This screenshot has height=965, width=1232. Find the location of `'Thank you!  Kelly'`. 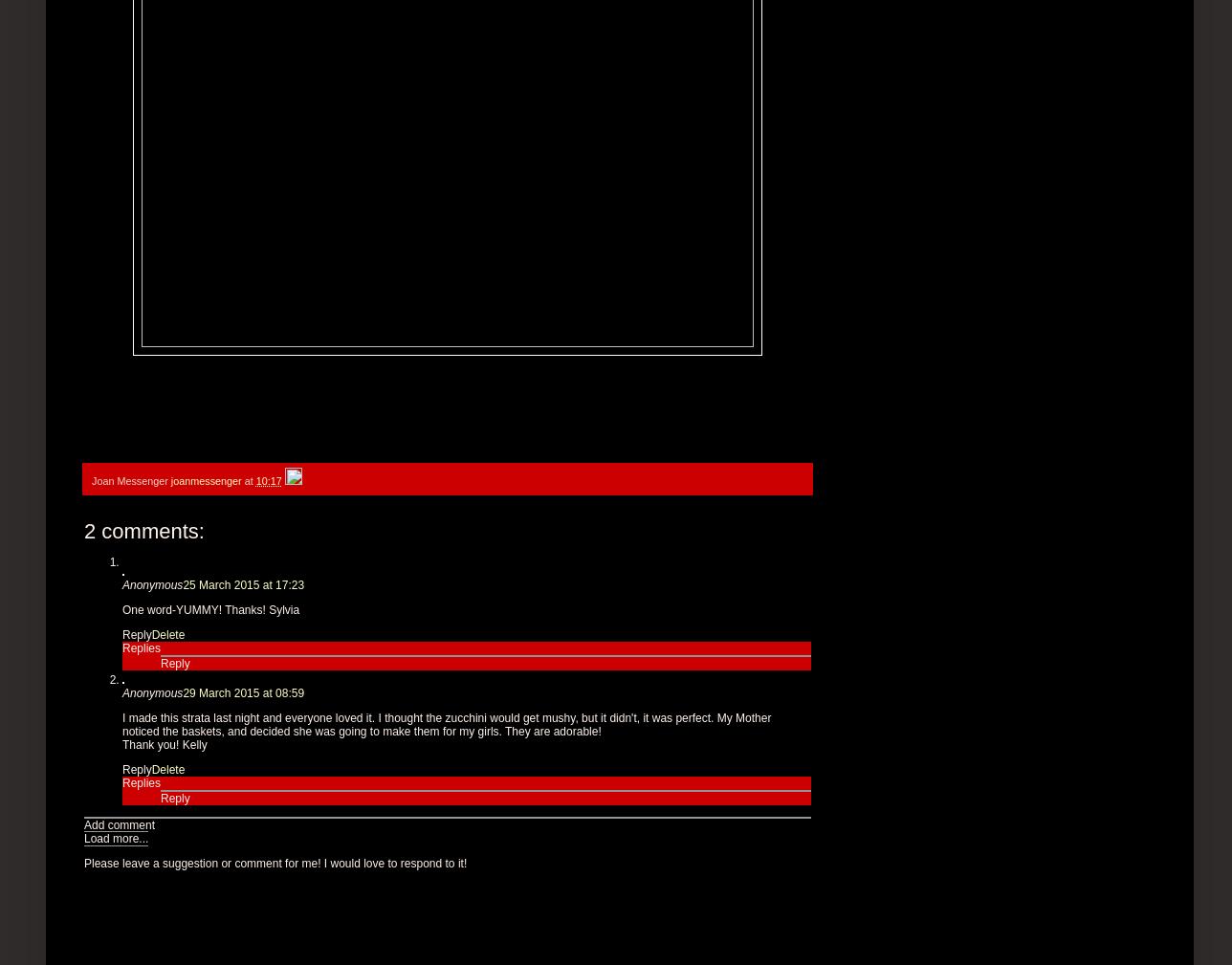

'Thank you!  Kelly' is located at coordinates (163, 744).